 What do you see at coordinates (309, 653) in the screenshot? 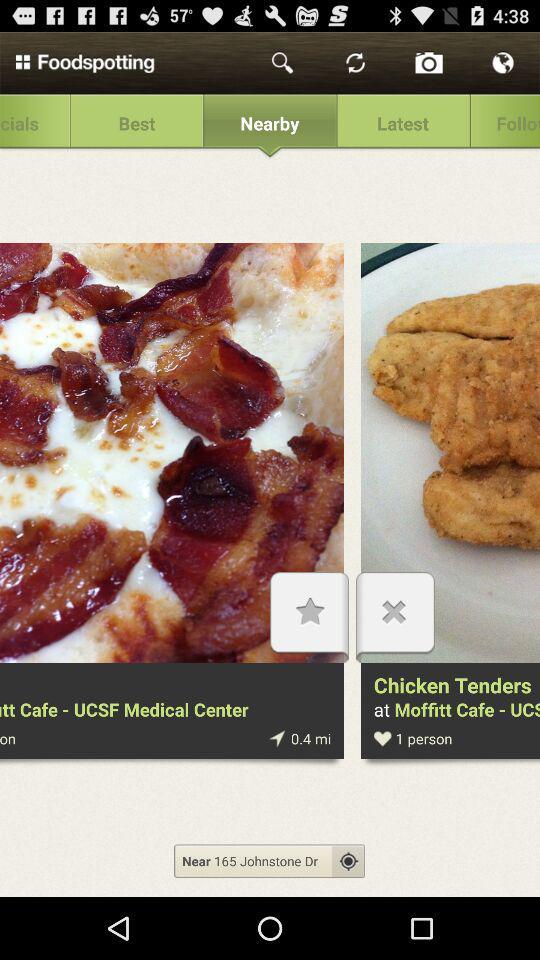
I see `the star icon` at bounding box center [309, 653].